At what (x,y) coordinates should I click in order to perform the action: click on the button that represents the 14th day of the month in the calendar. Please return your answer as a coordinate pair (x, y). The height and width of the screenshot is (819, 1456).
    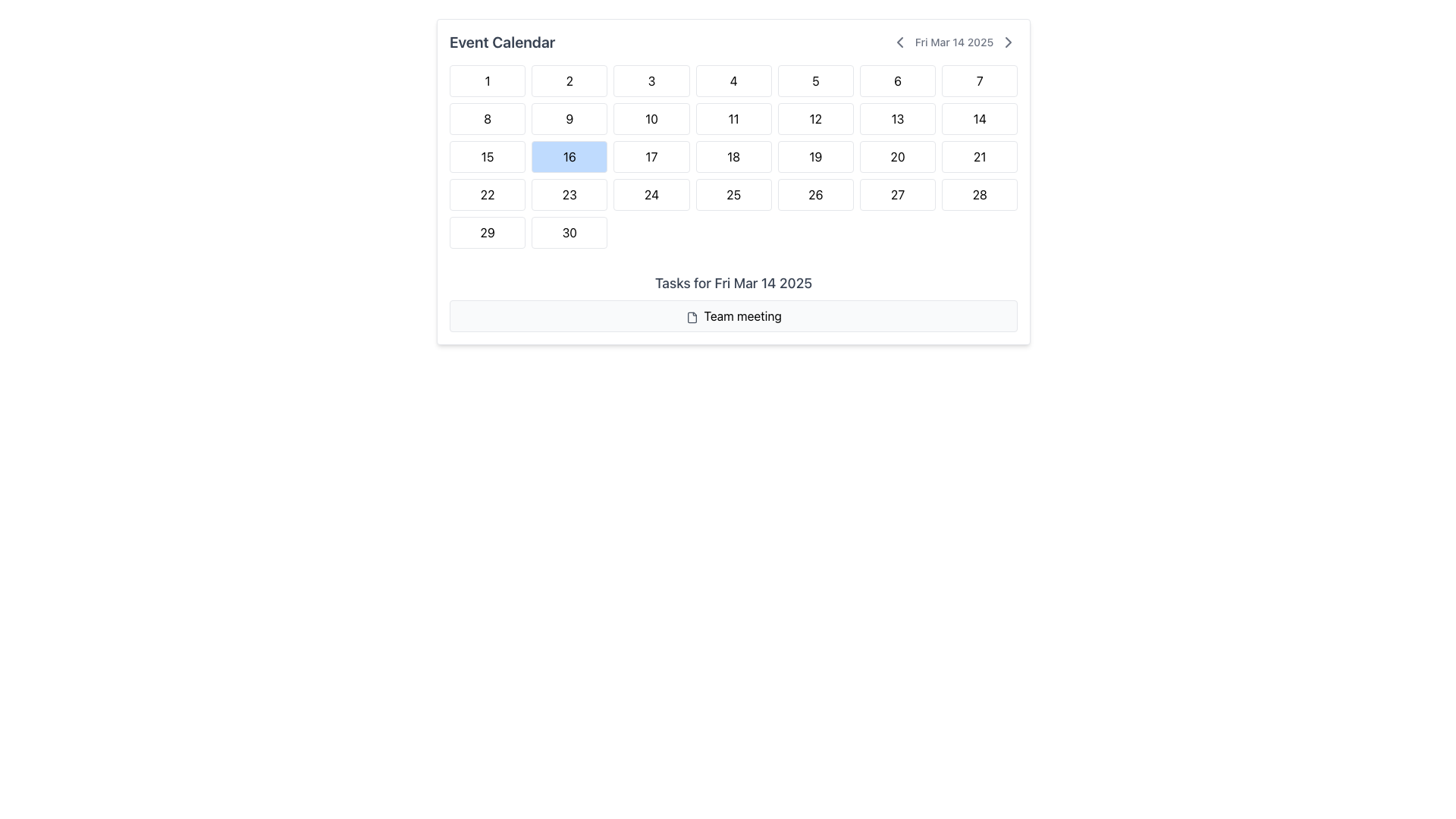
    Looking at the image, I should click on (980, 118).